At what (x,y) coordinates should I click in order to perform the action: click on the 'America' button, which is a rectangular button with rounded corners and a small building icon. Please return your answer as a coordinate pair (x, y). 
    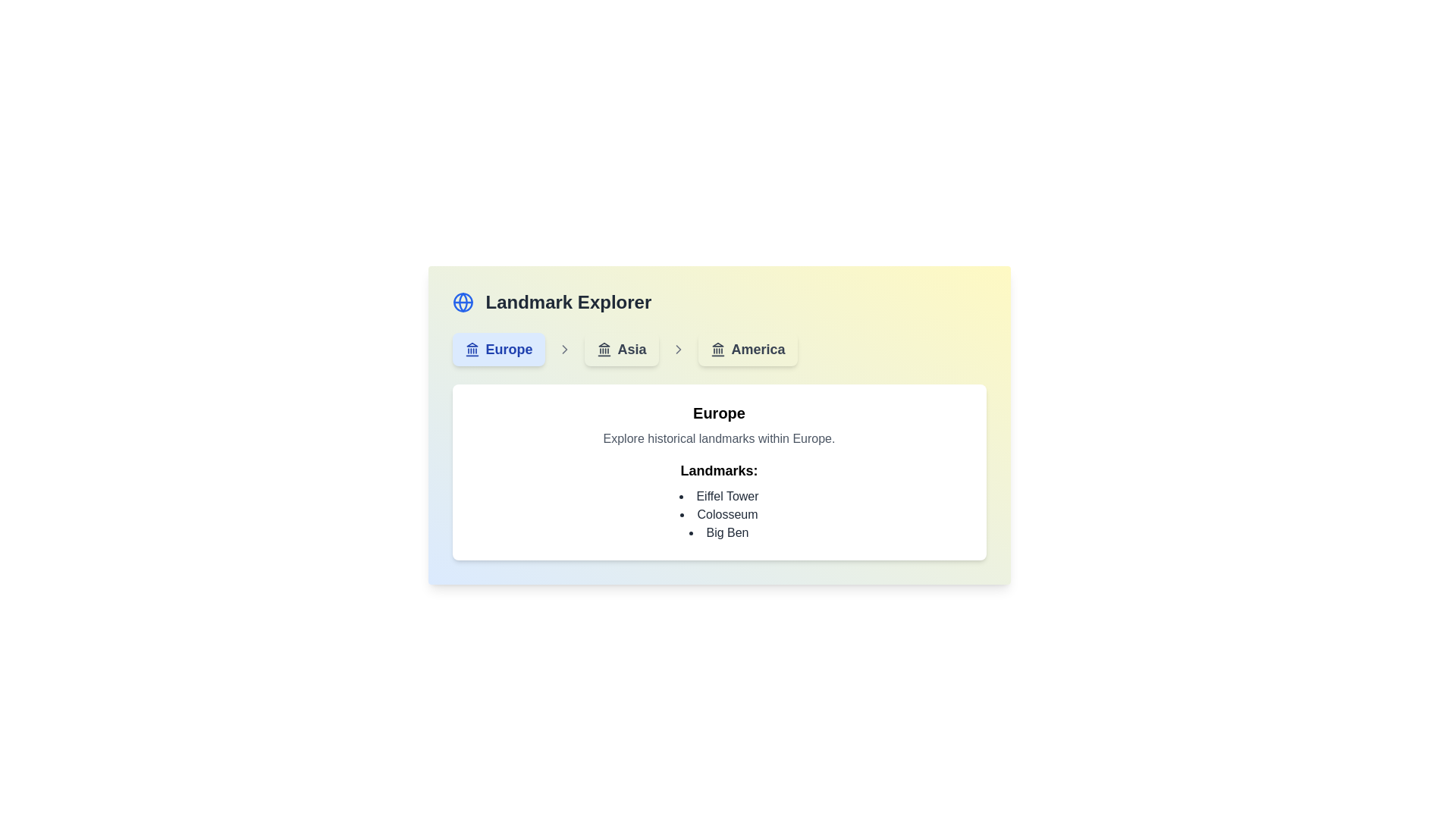
    Looking at the image, I should click on (748, 350).